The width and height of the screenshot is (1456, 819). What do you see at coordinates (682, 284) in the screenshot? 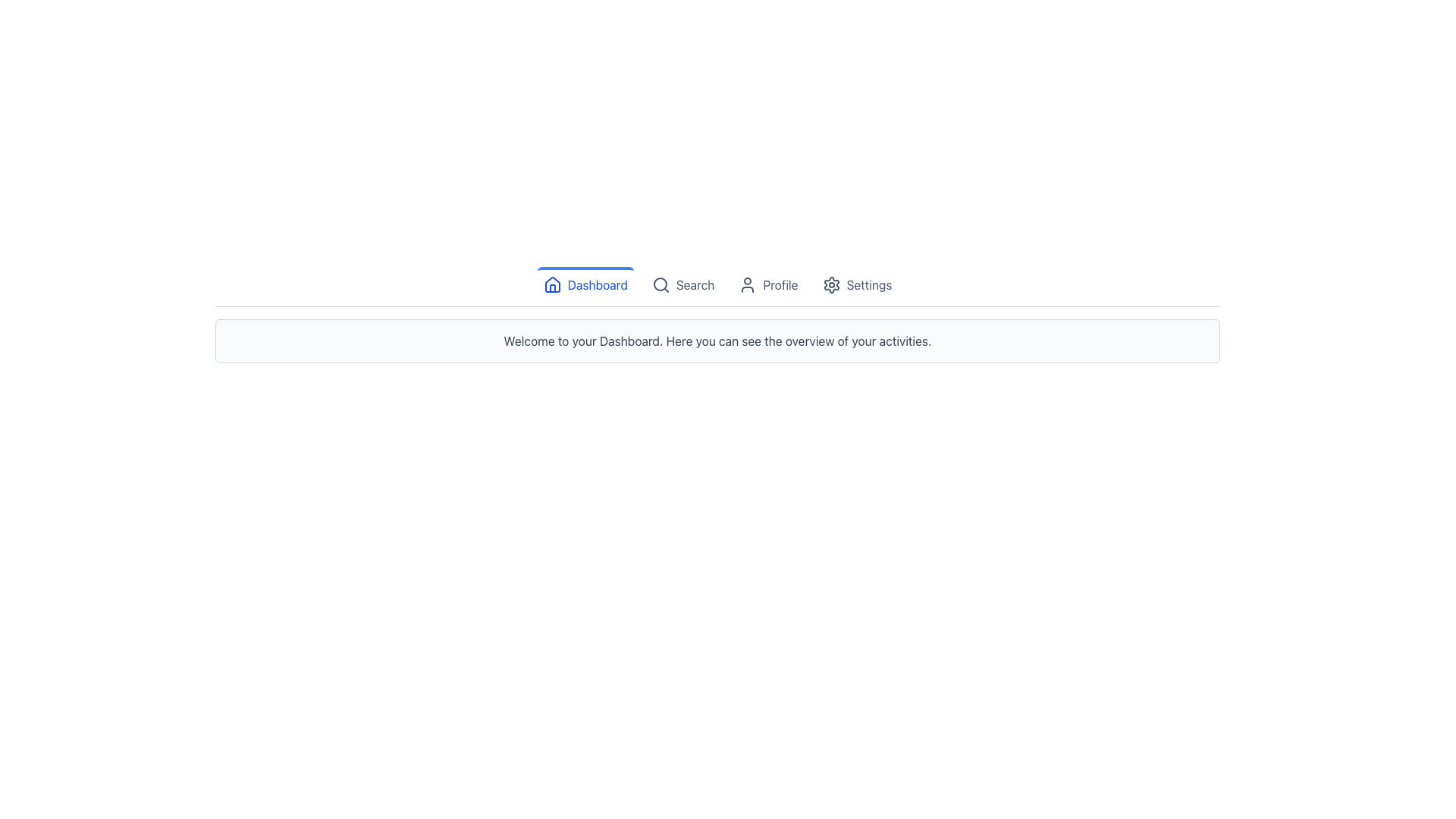
I see `the navigation button located in the horizontal navigation bar to the right of the 'Dashboard' item and to the left of the 'Profile' item` at bounding box center [682, 284].